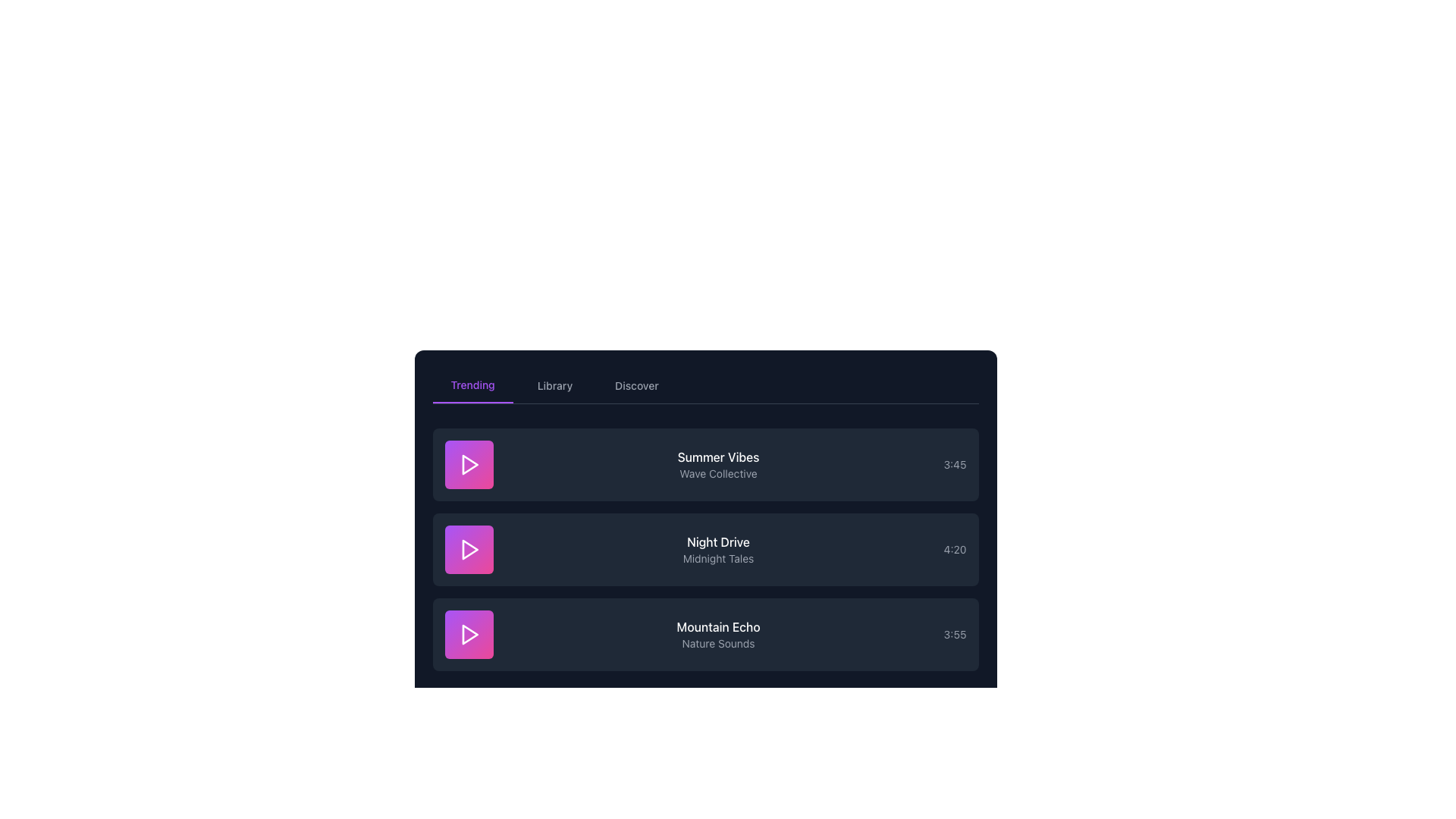 This screenshot has height=819, width=1456. Describe the element at coordinates (717, 558) in the screenshot. I see `the text label displaying 'Midnight Tales', which is located beneath the 'Night Drive' text in the second block of content` at that location.